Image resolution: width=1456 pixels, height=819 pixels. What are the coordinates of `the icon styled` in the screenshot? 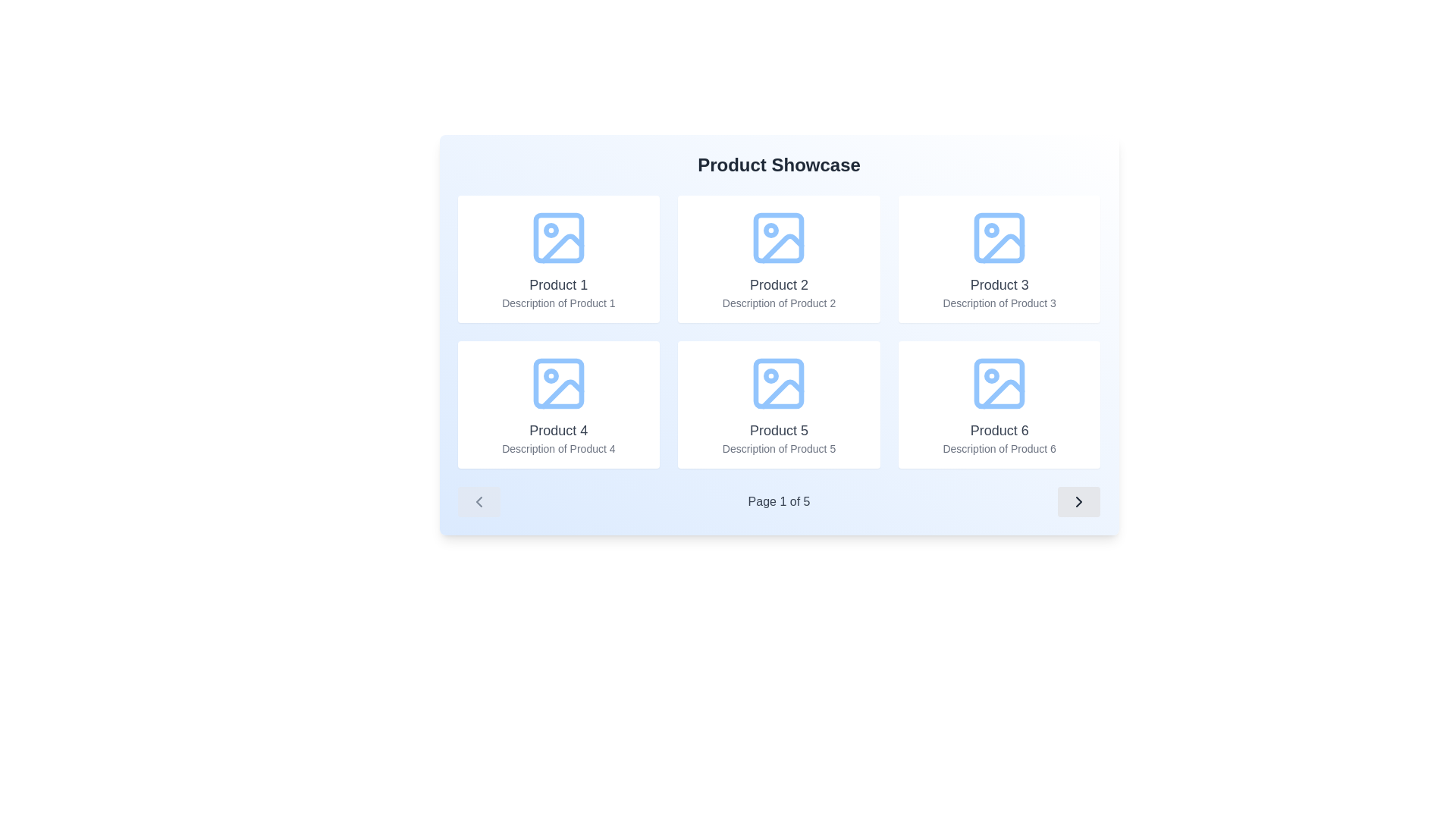 It's located at (999, 382).